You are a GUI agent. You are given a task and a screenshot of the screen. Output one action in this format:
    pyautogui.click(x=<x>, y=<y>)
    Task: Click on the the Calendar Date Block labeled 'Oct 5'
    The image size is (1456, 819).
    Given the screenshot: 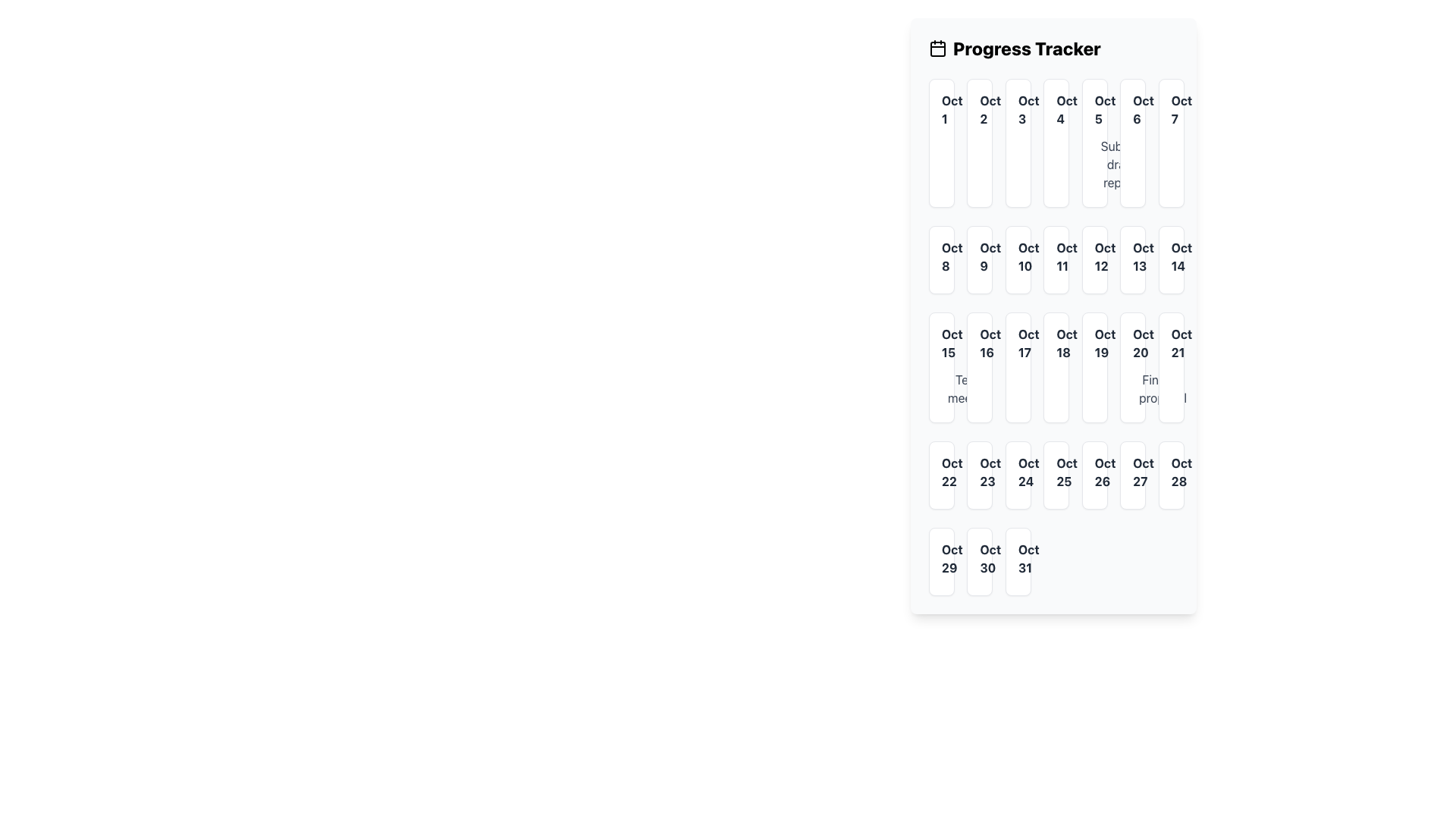 What is the action you would take?
    pyautogui.click(x=1094, y=143)
    